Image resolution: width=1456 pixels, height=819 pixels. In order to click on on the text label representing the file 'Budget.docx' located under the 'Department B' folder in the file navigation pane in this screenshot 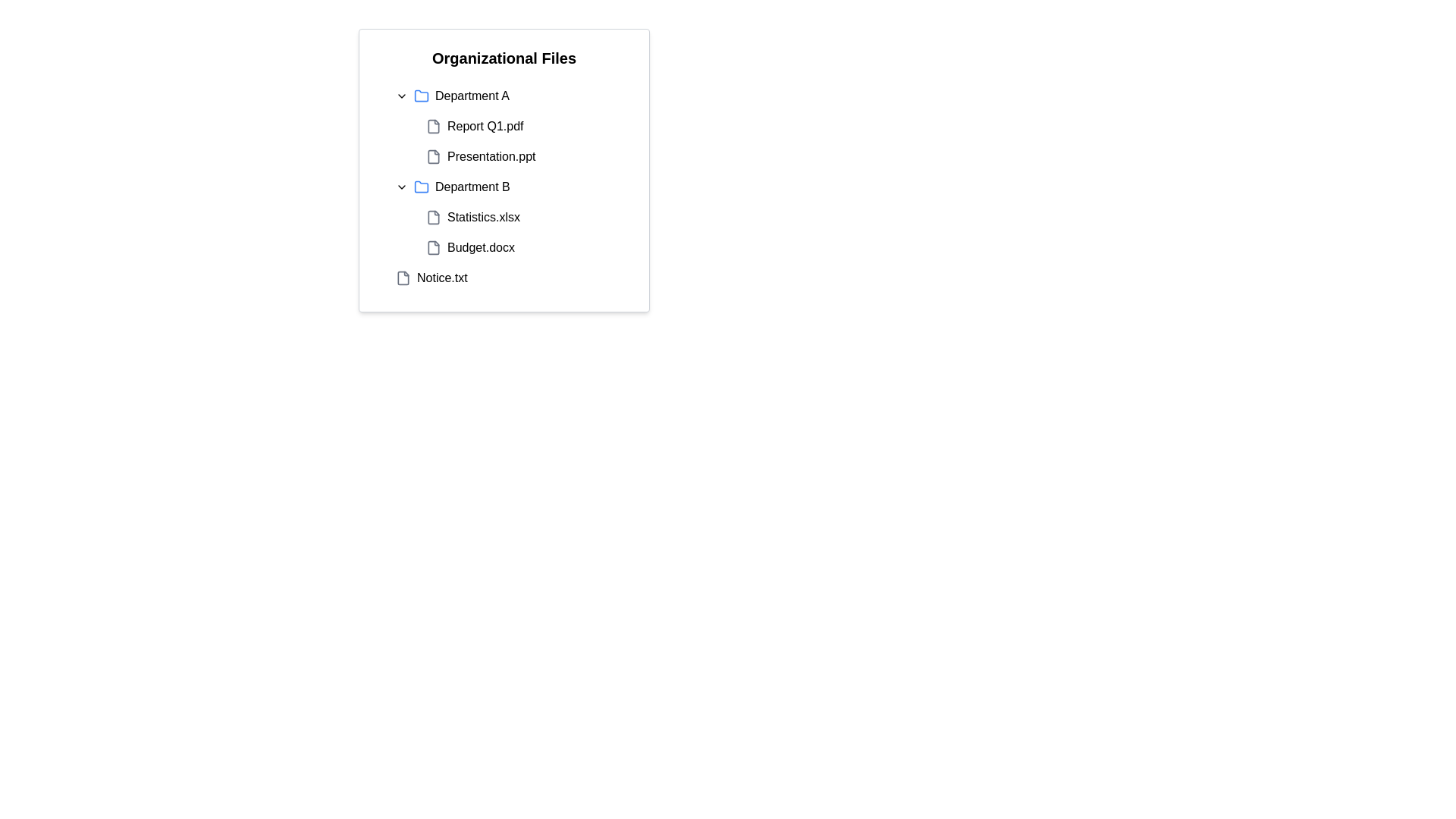, I will do `click(480, 247)`.